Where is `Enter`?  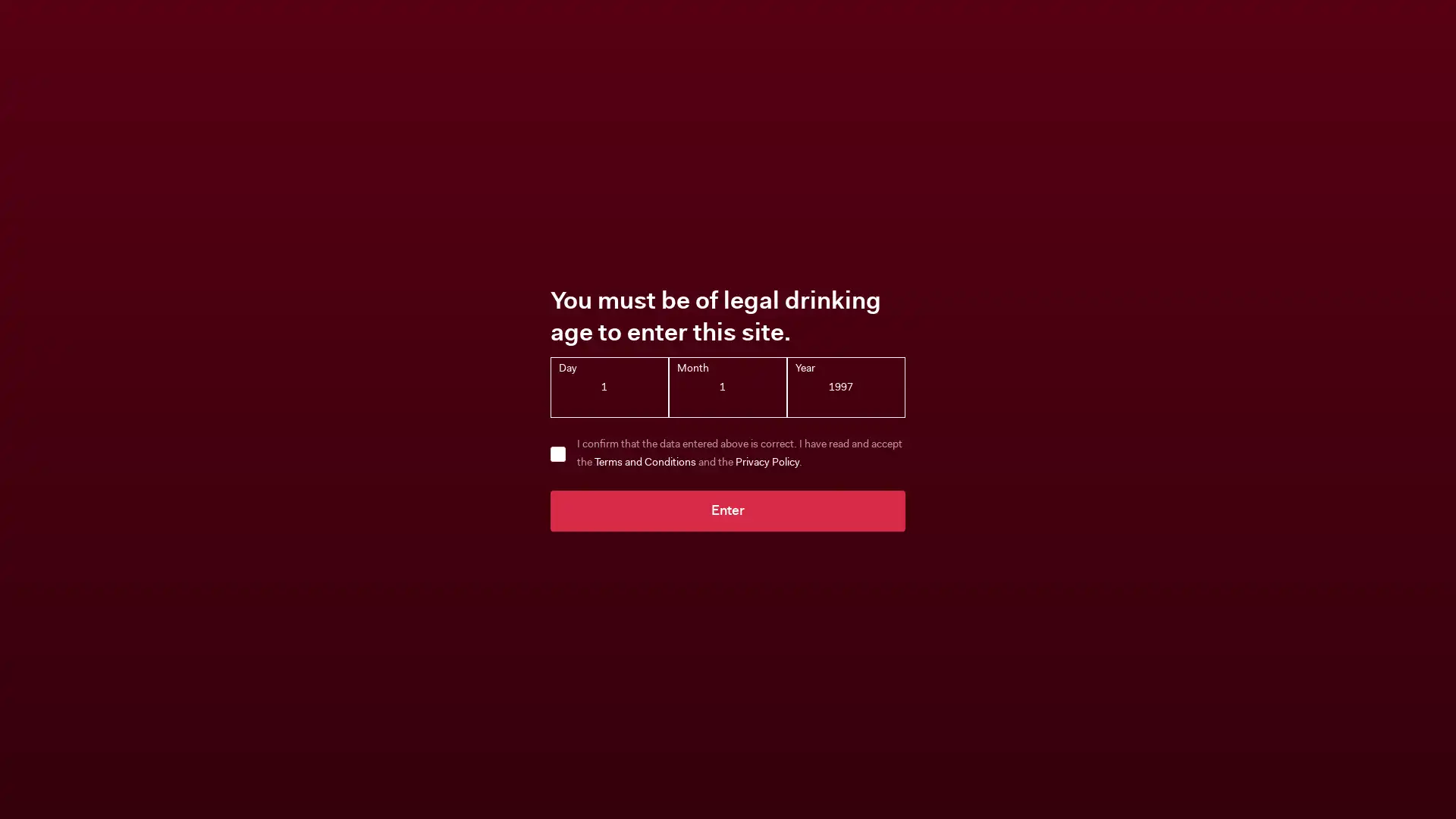
Enter is located at coordinates (728, 510).